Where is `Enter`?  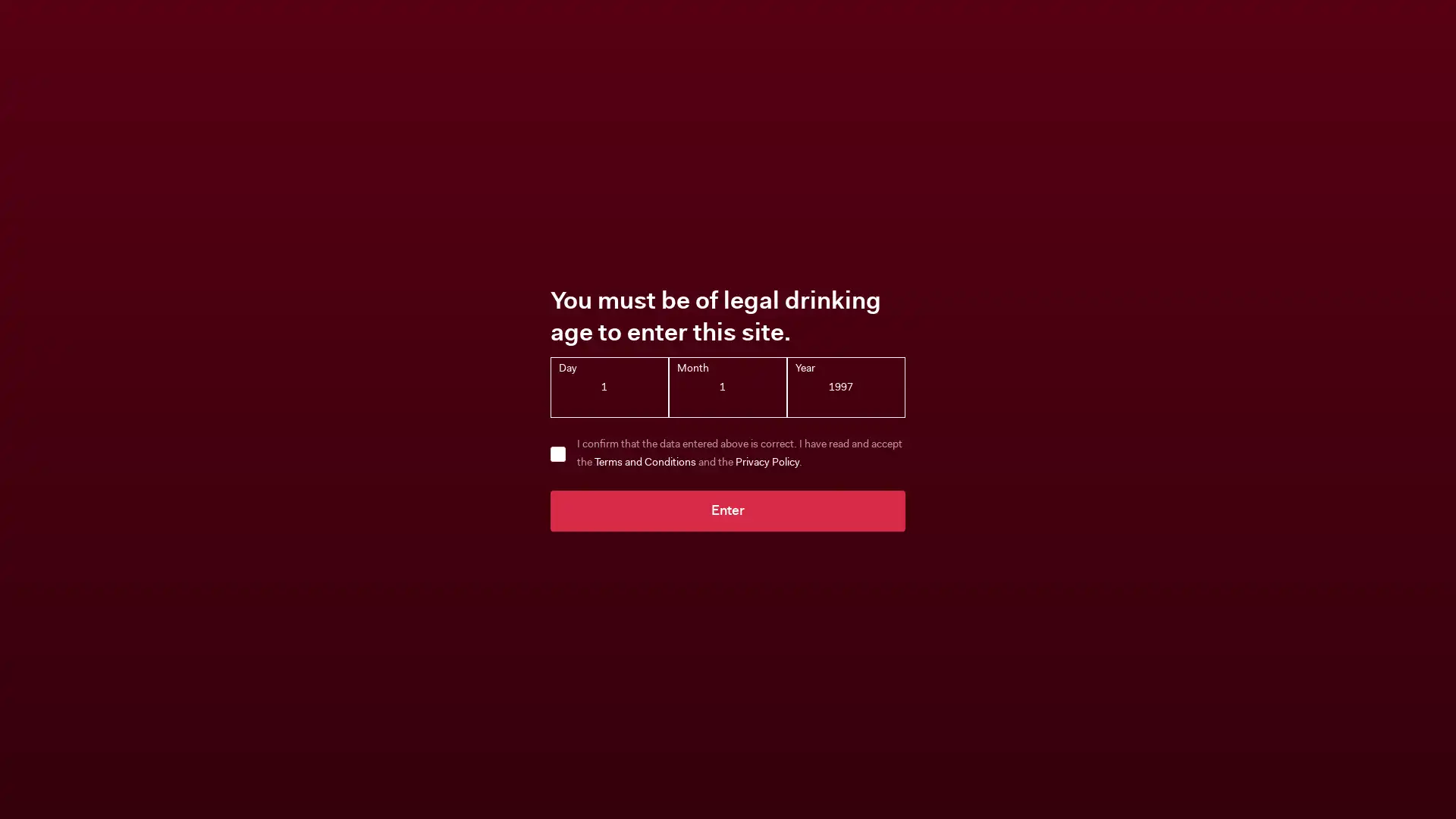
Enter is located at coordinates (728, 510).